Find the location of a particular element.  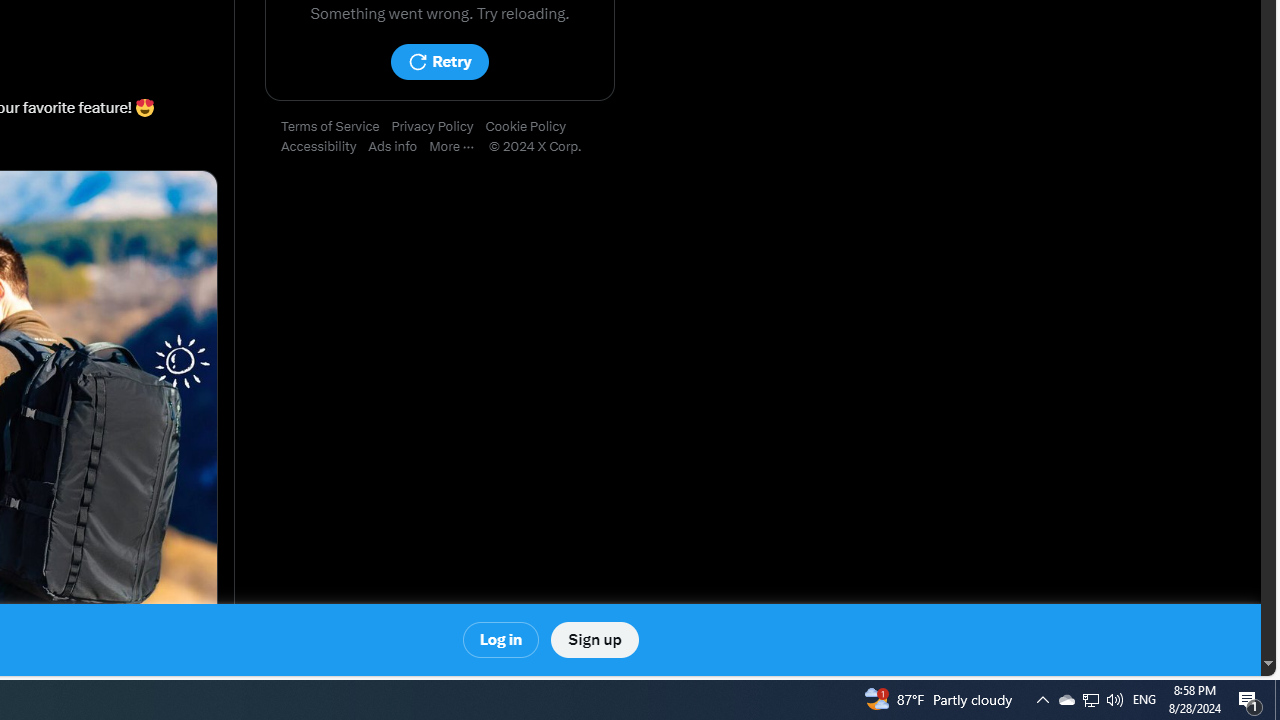

'Privacy Policy' is located at coordinates (437, 127).